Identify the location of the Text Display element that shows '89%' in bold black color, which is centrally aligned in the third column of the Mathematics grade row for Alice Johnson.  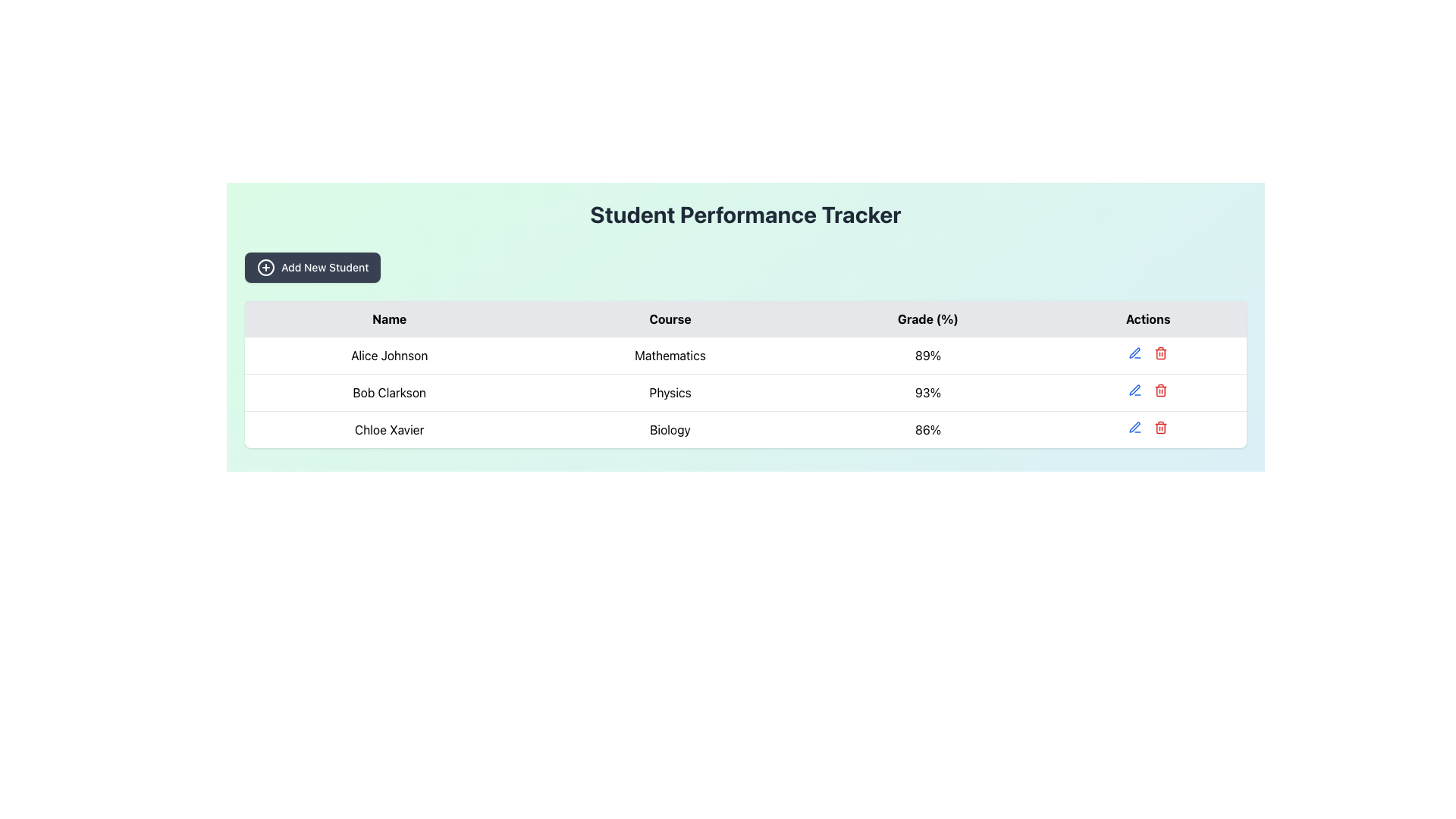
(927, 356).